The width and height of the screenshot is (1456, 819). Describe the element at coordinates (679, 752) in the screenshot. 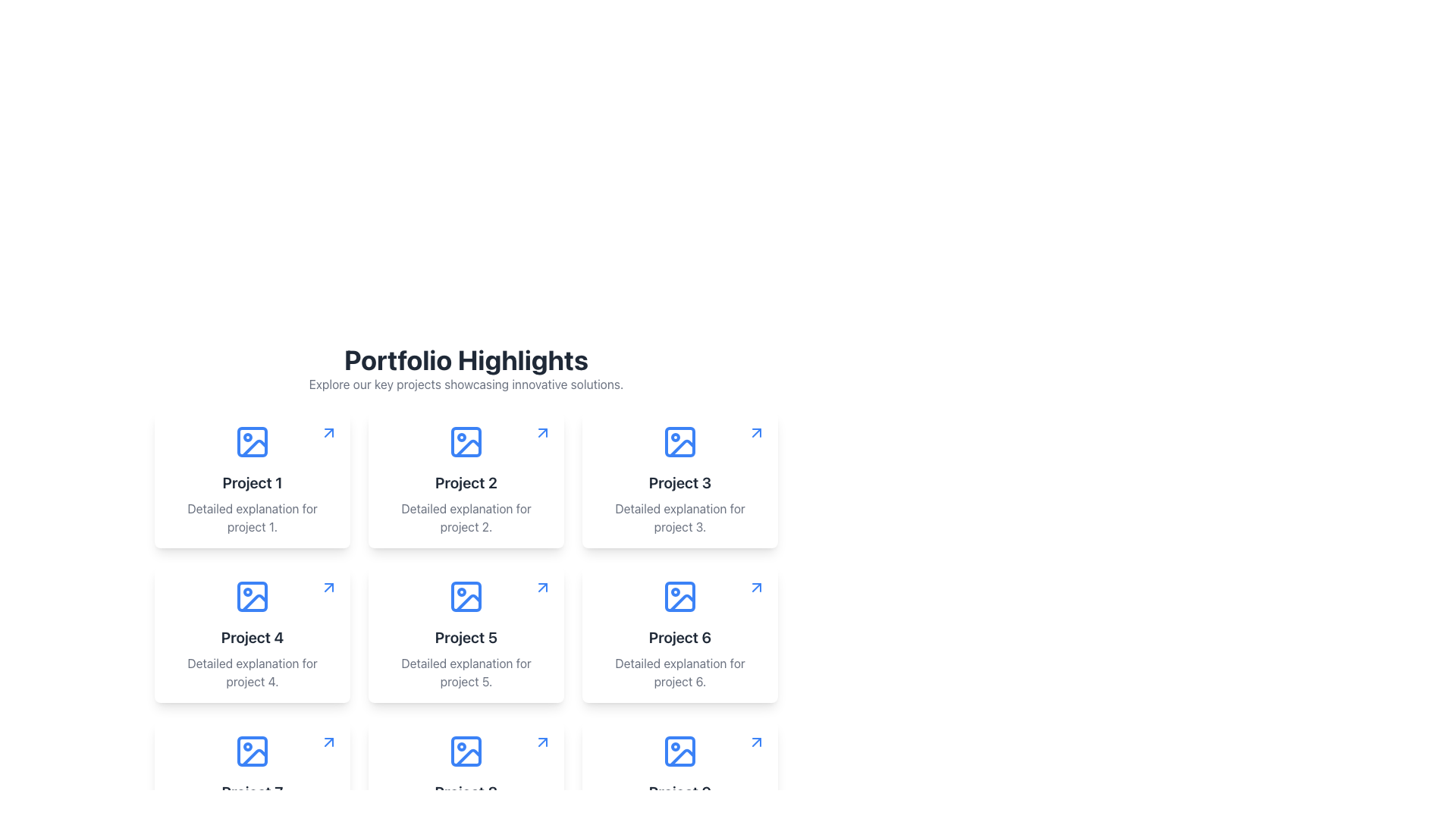

I see `the blue graphic icon resembling an image placeholder located in the bottom-right corner of the 'Project 9' card` at that location.